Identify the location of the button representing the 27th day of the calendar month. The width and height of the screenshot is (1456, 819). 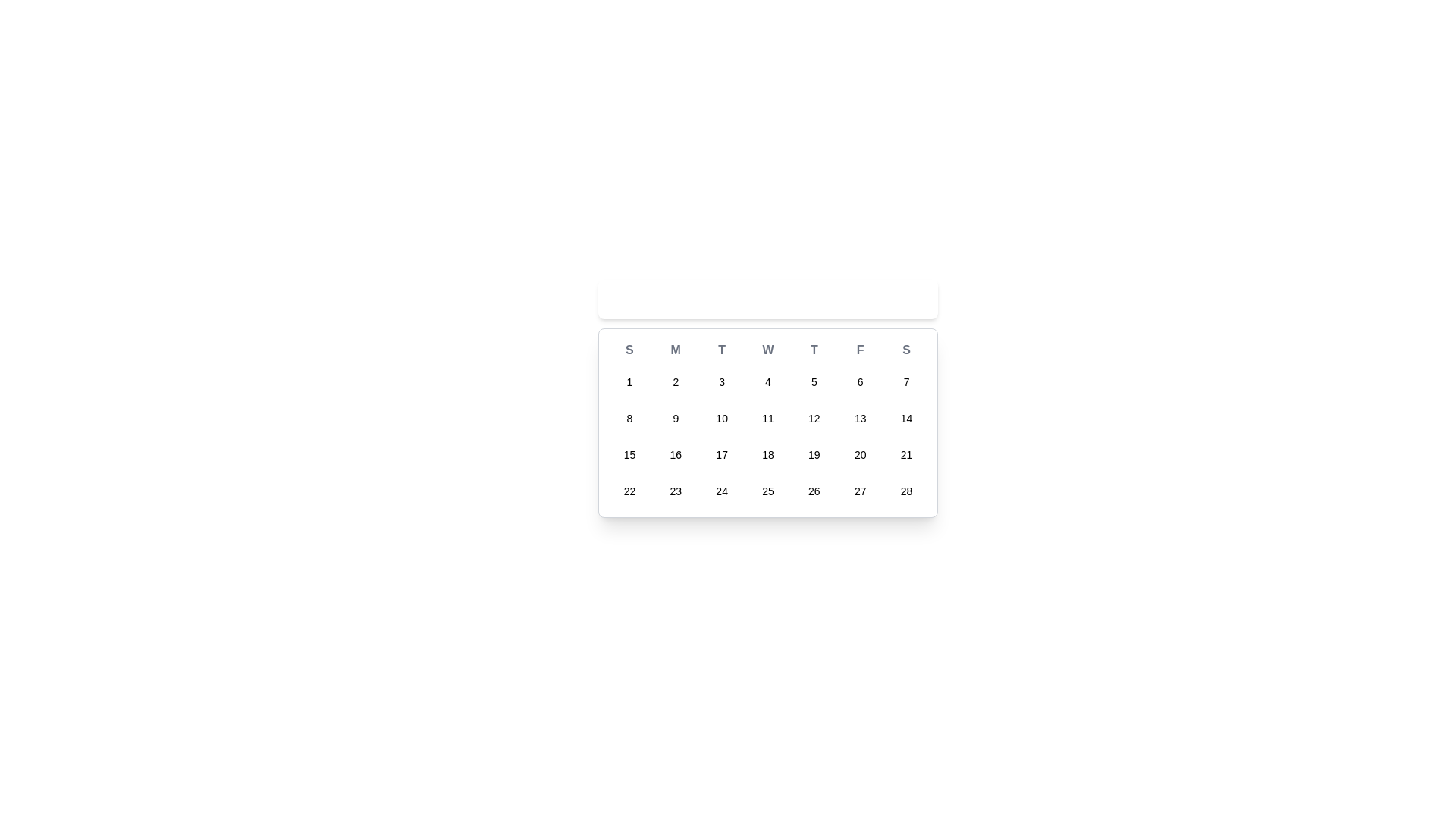
(859, 491).